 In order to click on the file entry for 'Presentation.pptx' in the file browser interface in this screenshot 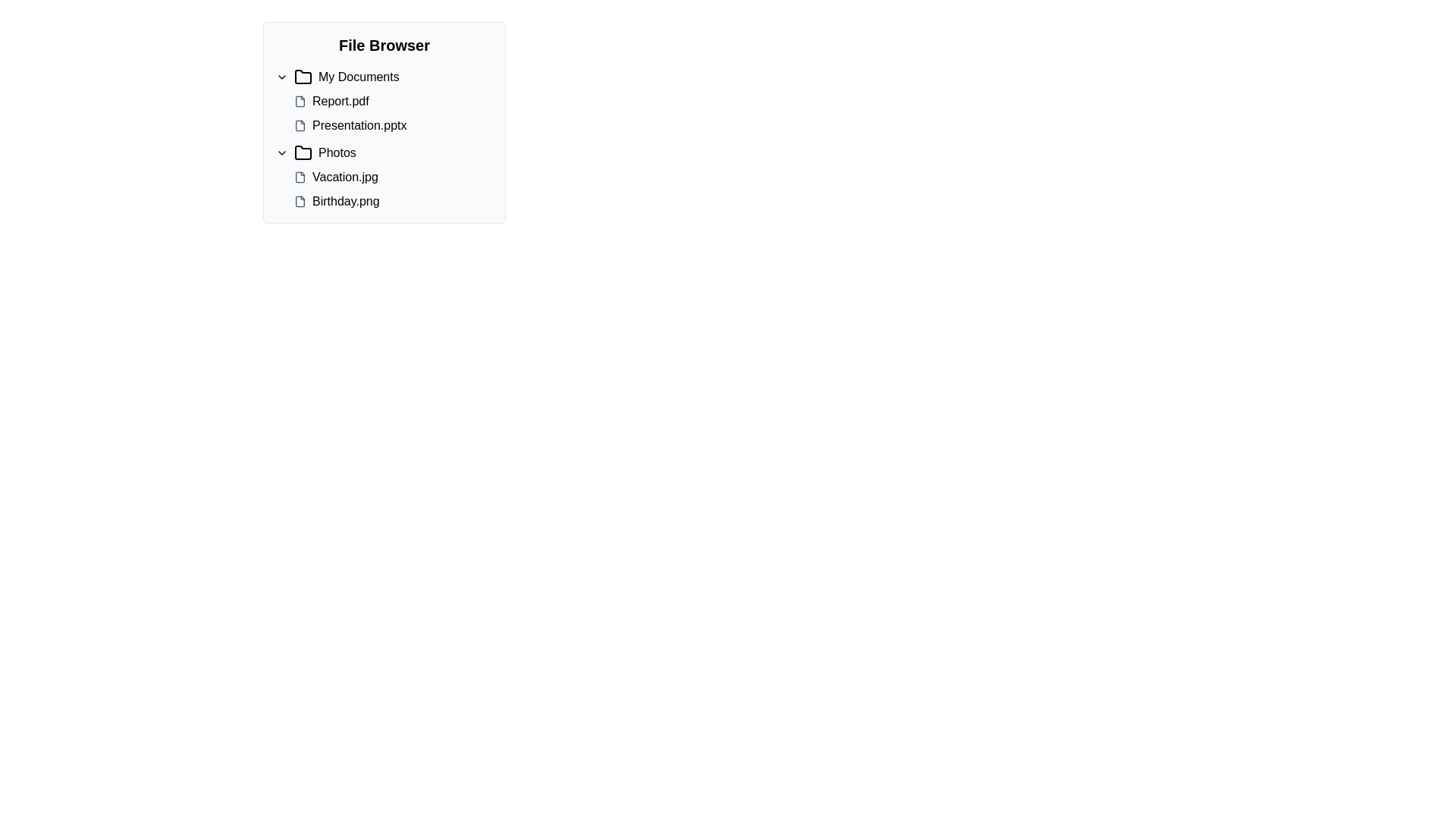, I will do `click(393, 124)`.